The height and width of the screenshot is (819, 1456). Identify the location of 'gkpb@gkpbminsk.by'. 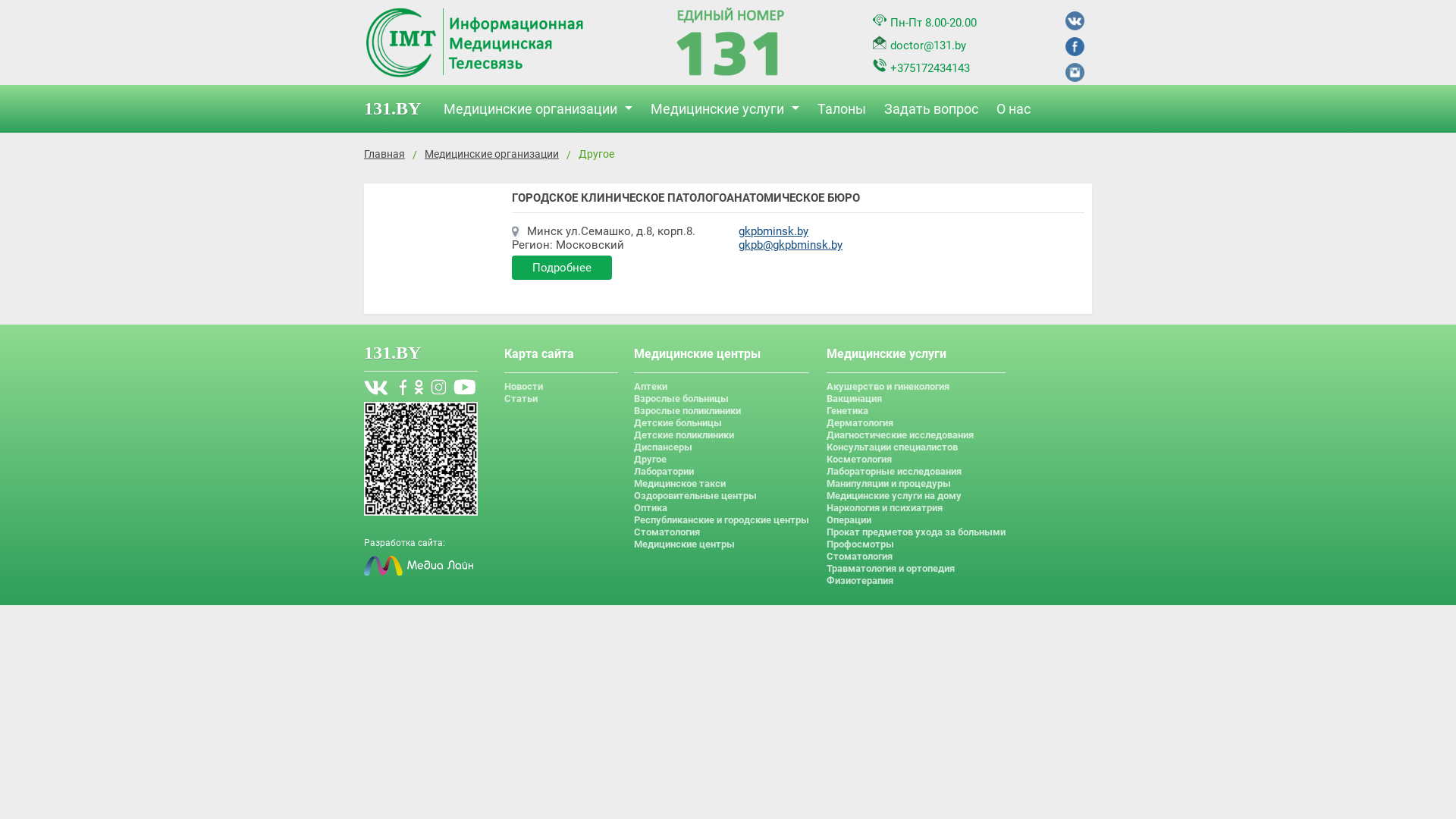
(789, 244).